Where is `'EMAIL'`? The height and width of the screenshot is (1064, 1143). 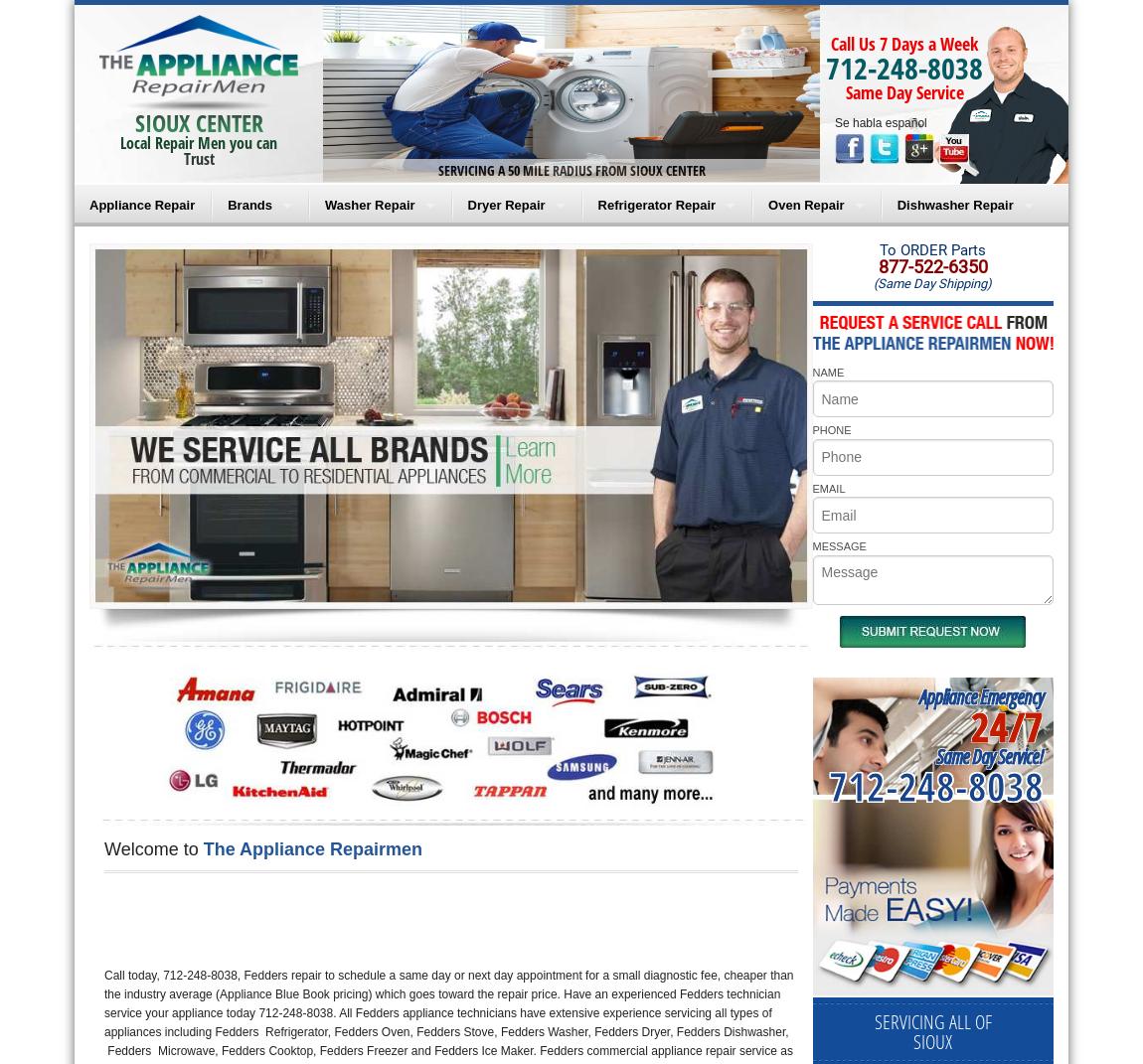 'EMAIL' is located at coordinates (810, 487).